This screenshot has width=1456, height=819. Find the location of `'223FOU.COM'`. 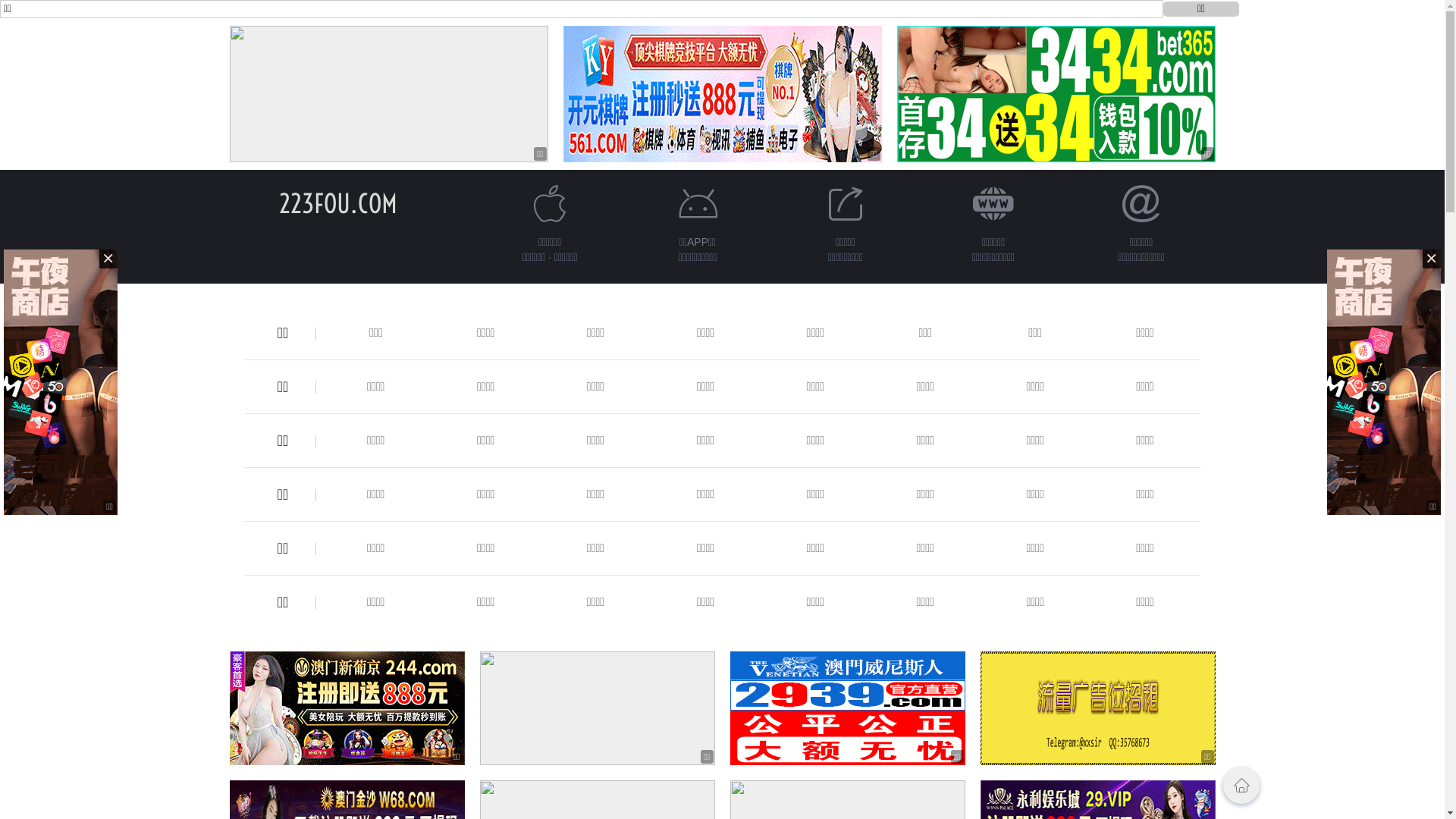

'223FOU.COM' is located at coordinates (337, 202).